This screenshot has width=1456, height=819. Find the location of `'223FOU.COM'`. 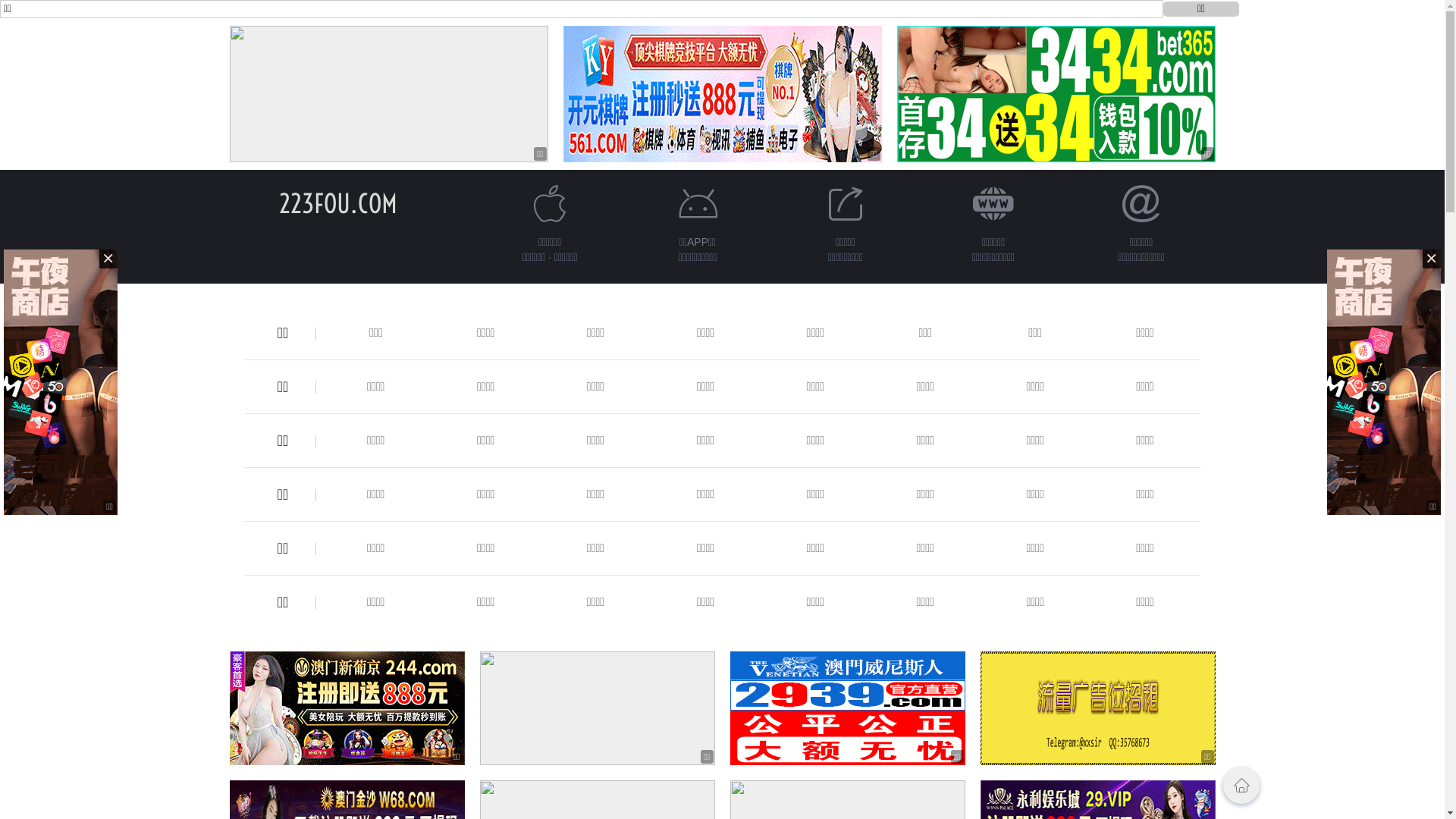

'223FOU.COM' is located at coordinates (337, 202).